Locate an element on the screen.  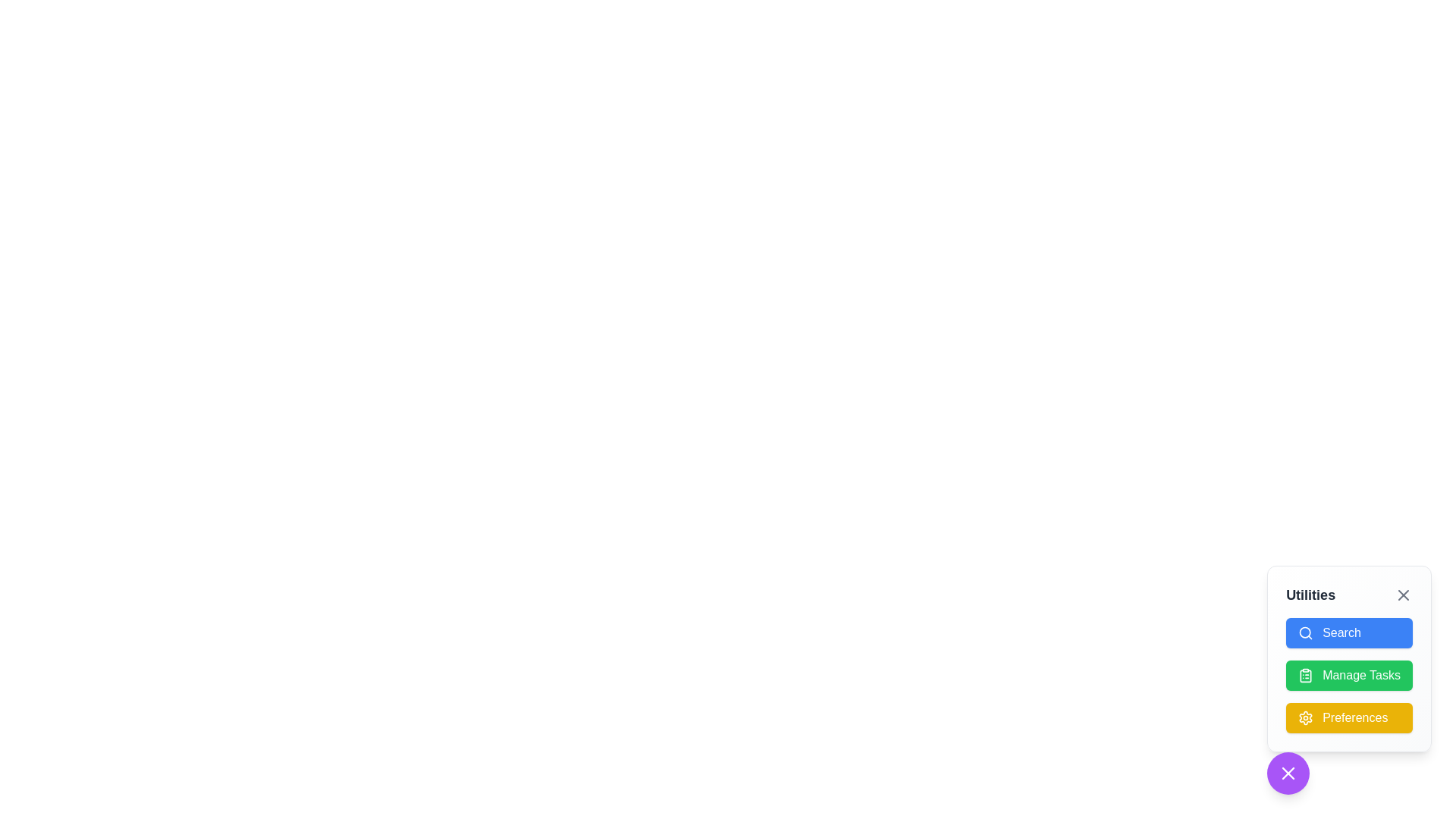
the circular portion of the search icon located at the top of the 'Search' button in the 'Utilities' section, positioned on the right side of the interface is located at coordinates (1304, 632).